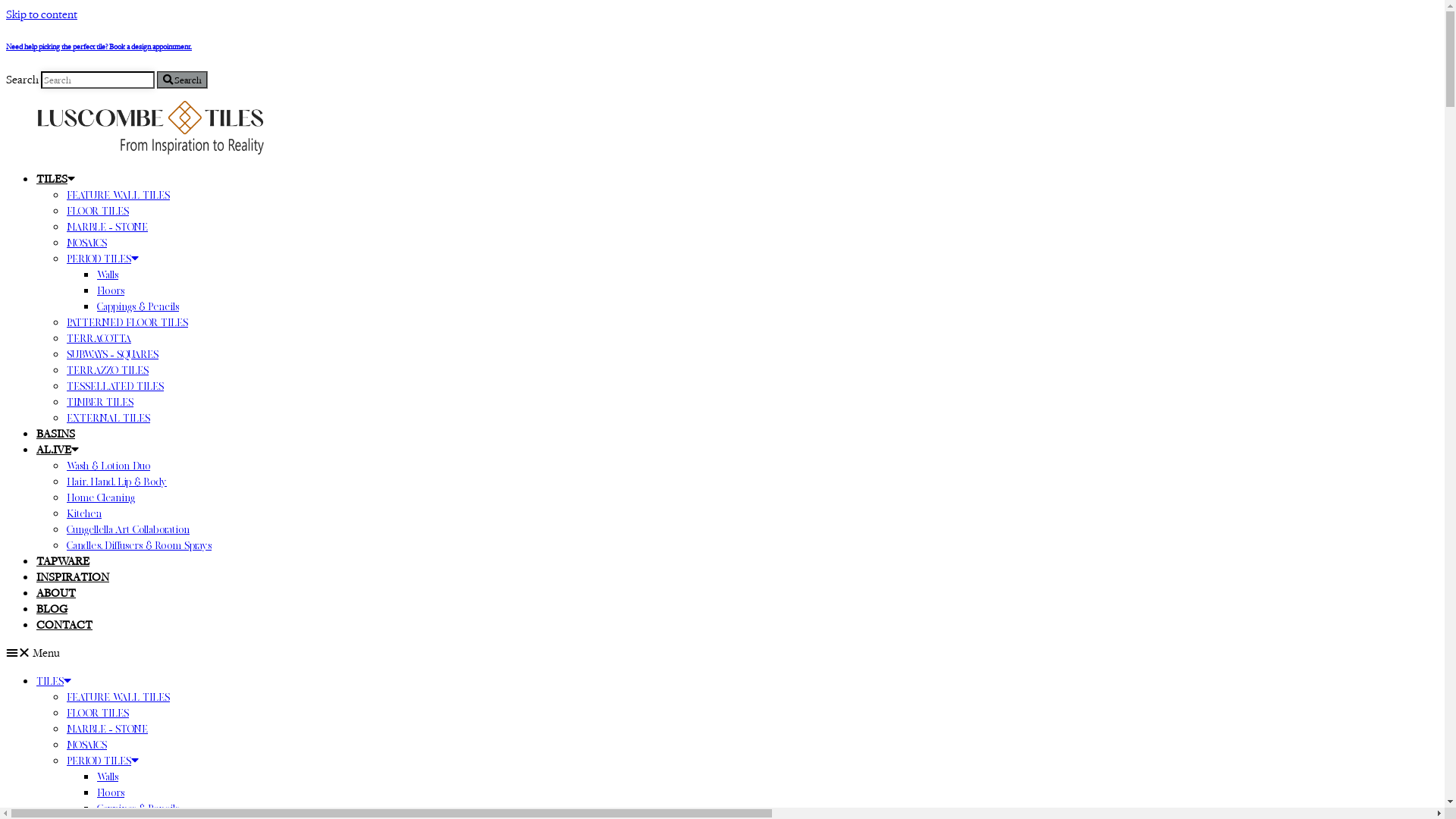 Image resolution: width=1456 pixels, height=819 pixels. I want to click on 'Skip to content', so click(41, 14).